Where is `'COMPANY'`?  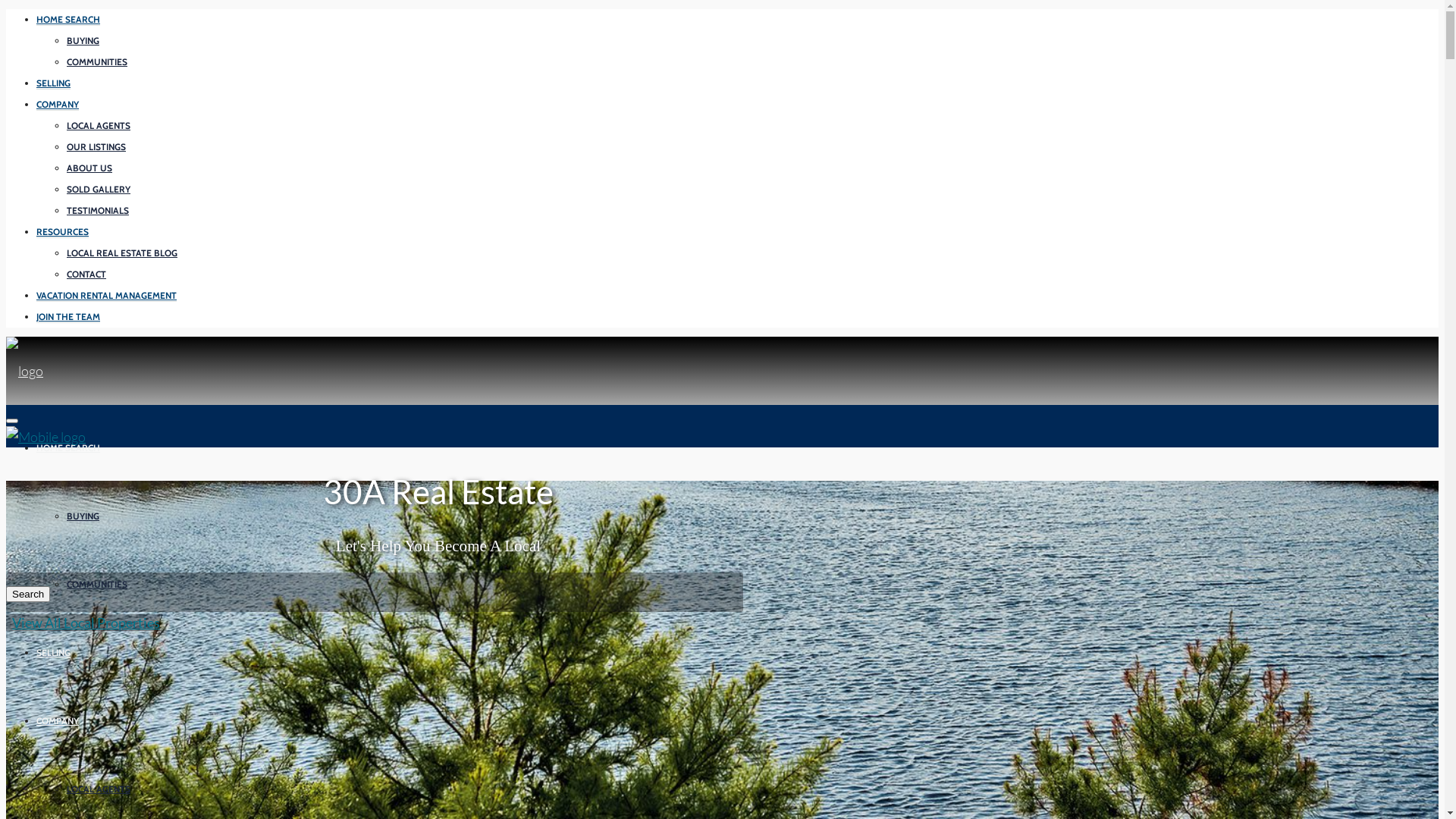
'COMPANY' is located at coordinates (36, 720).